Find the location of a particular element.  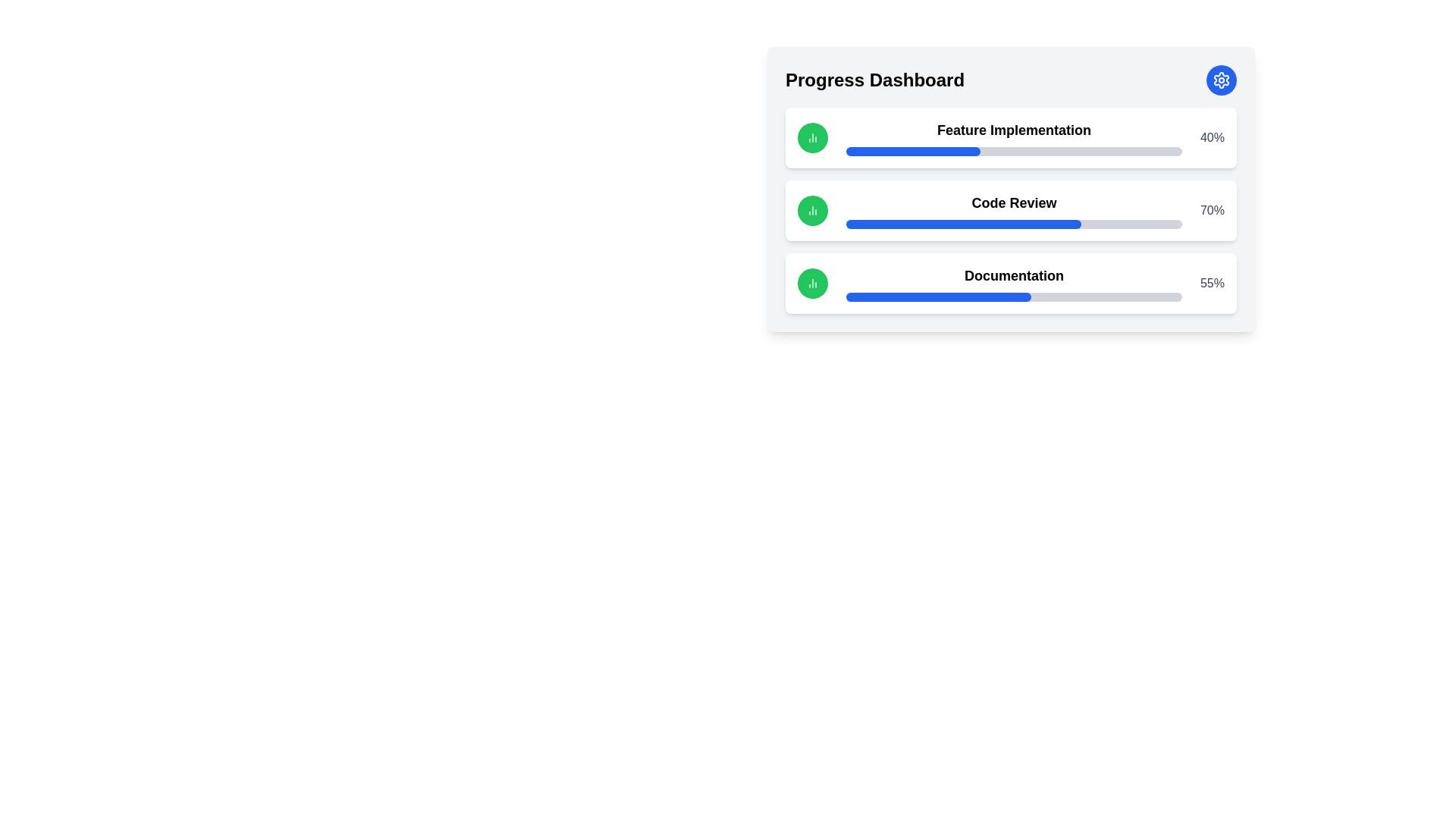

the 'Code Review' icon, which is represented by a distinctive icon within a green circular background located to the left side of the 'Code Review' progress bar in the dashboard is located at coordinates (811, 210).